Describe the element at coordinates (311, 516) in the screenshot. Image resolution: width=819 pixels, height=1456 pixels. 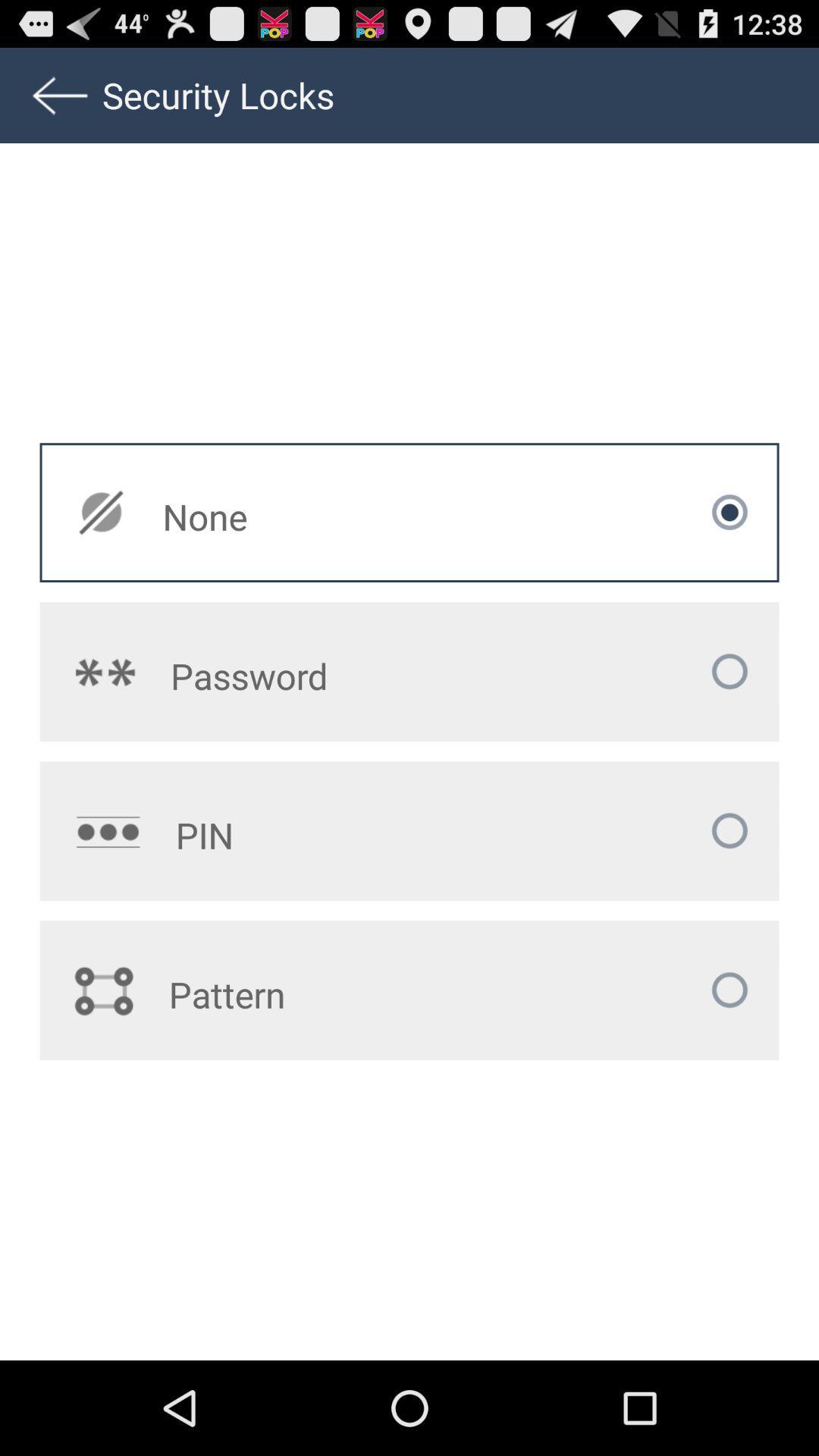
I see `the none` at that location.